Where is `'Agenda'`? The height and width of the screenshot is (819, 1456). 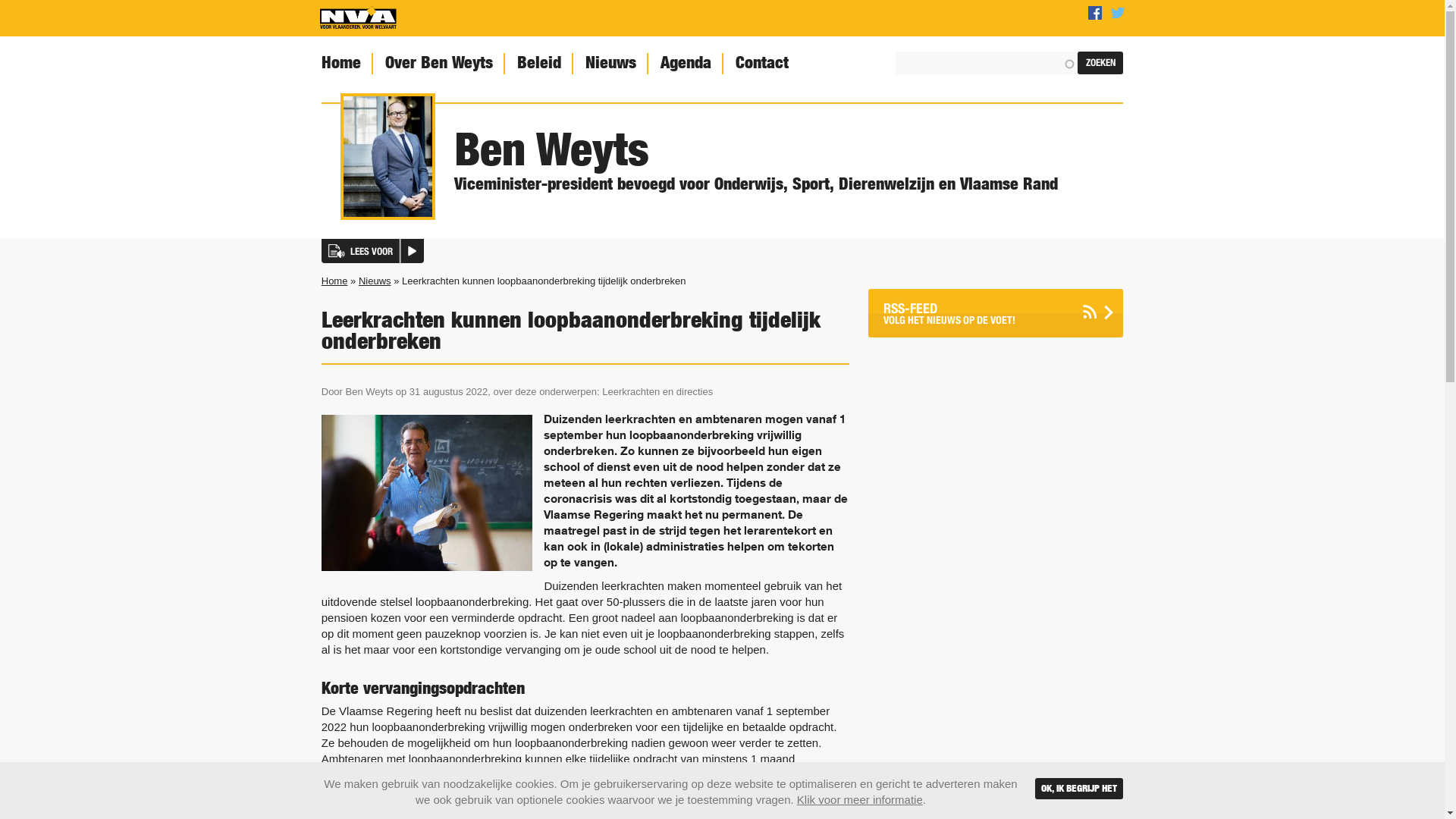
'Agenda' is located at coordinates (683, 63).